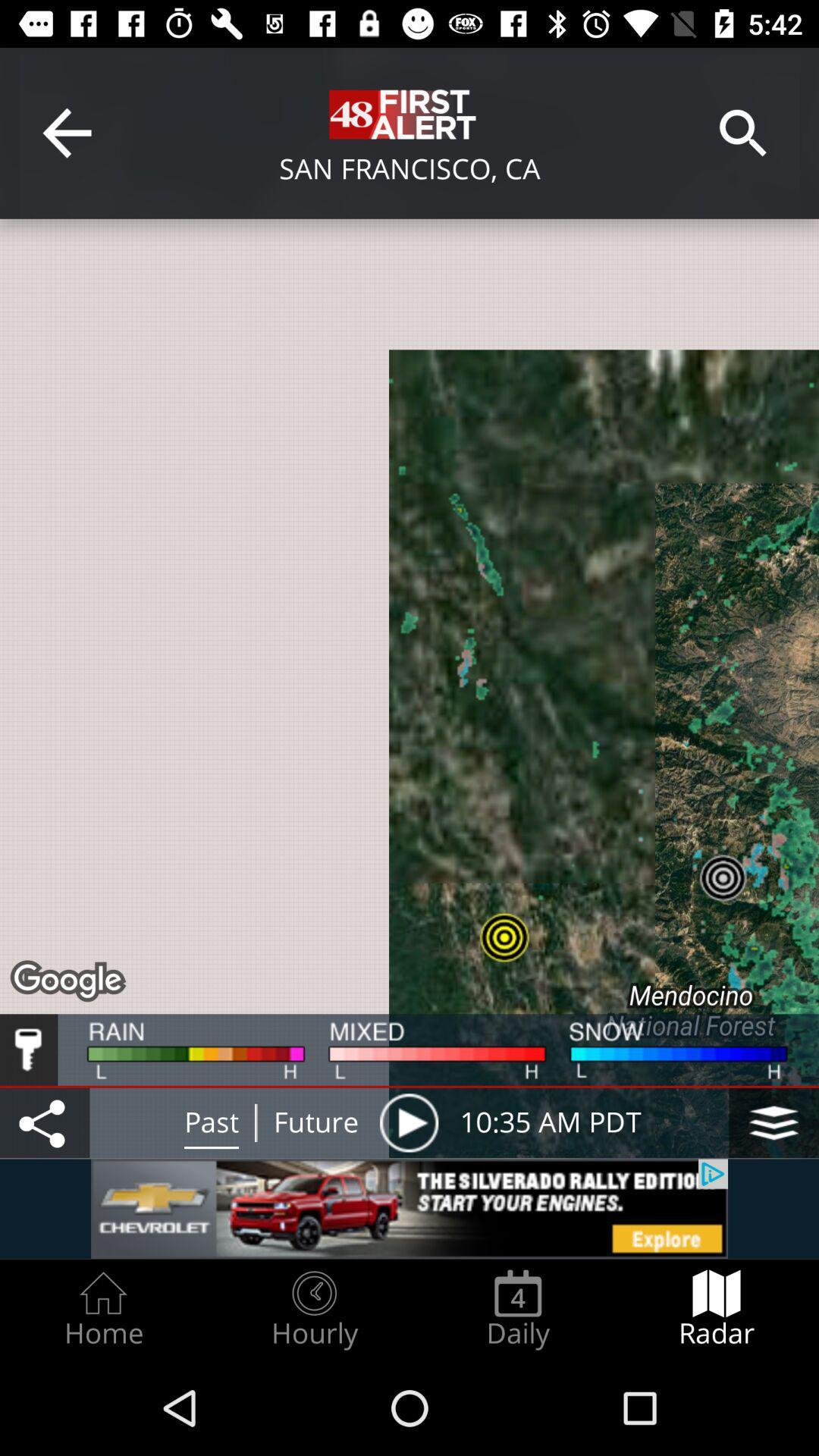 The image size is (819, 1456). I want to click on icon next to the future item, so click(408, 1122).